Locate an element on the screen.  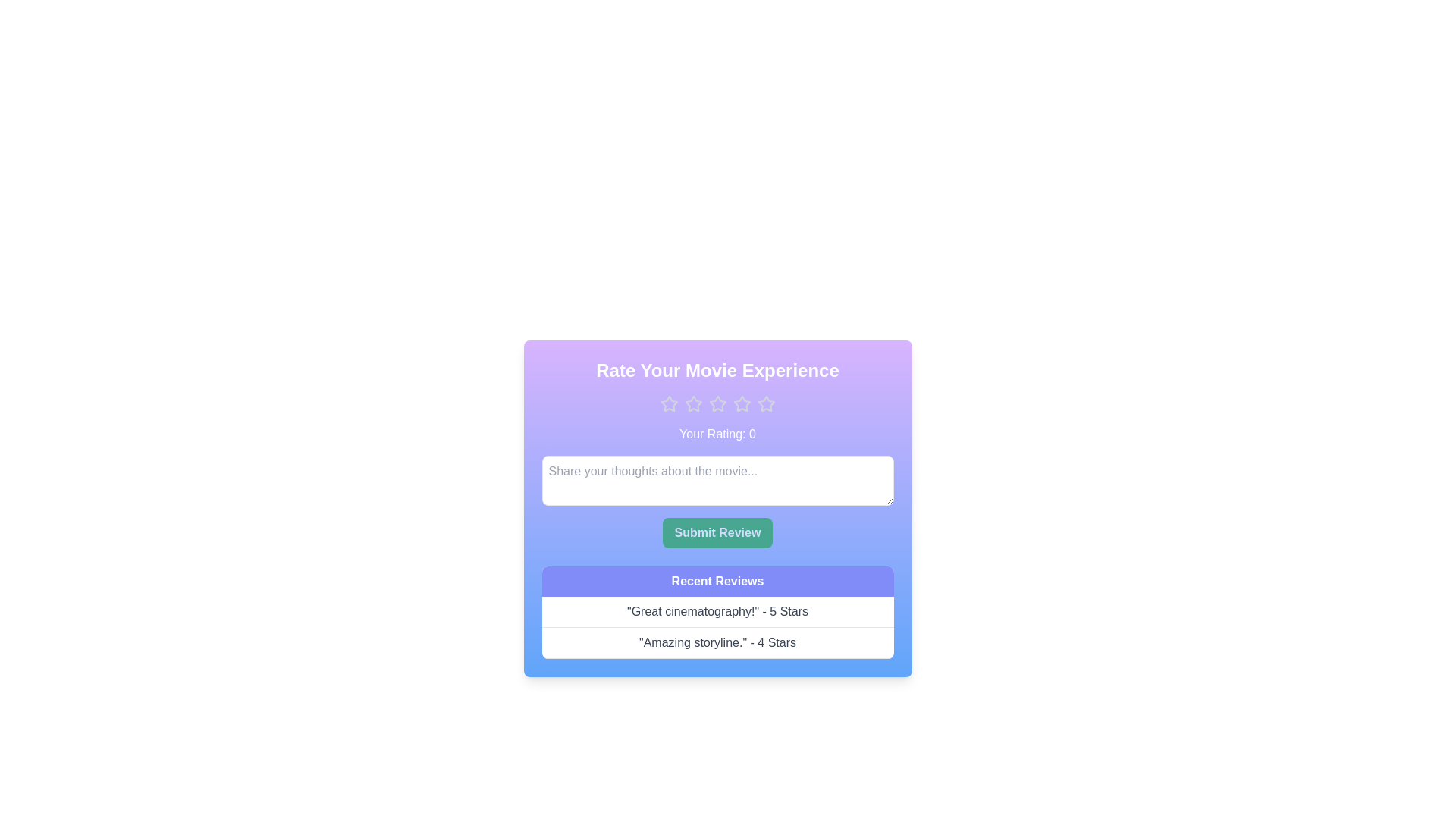
the star corresponding to the desired rating 2 is located at coordinates (692, 403).